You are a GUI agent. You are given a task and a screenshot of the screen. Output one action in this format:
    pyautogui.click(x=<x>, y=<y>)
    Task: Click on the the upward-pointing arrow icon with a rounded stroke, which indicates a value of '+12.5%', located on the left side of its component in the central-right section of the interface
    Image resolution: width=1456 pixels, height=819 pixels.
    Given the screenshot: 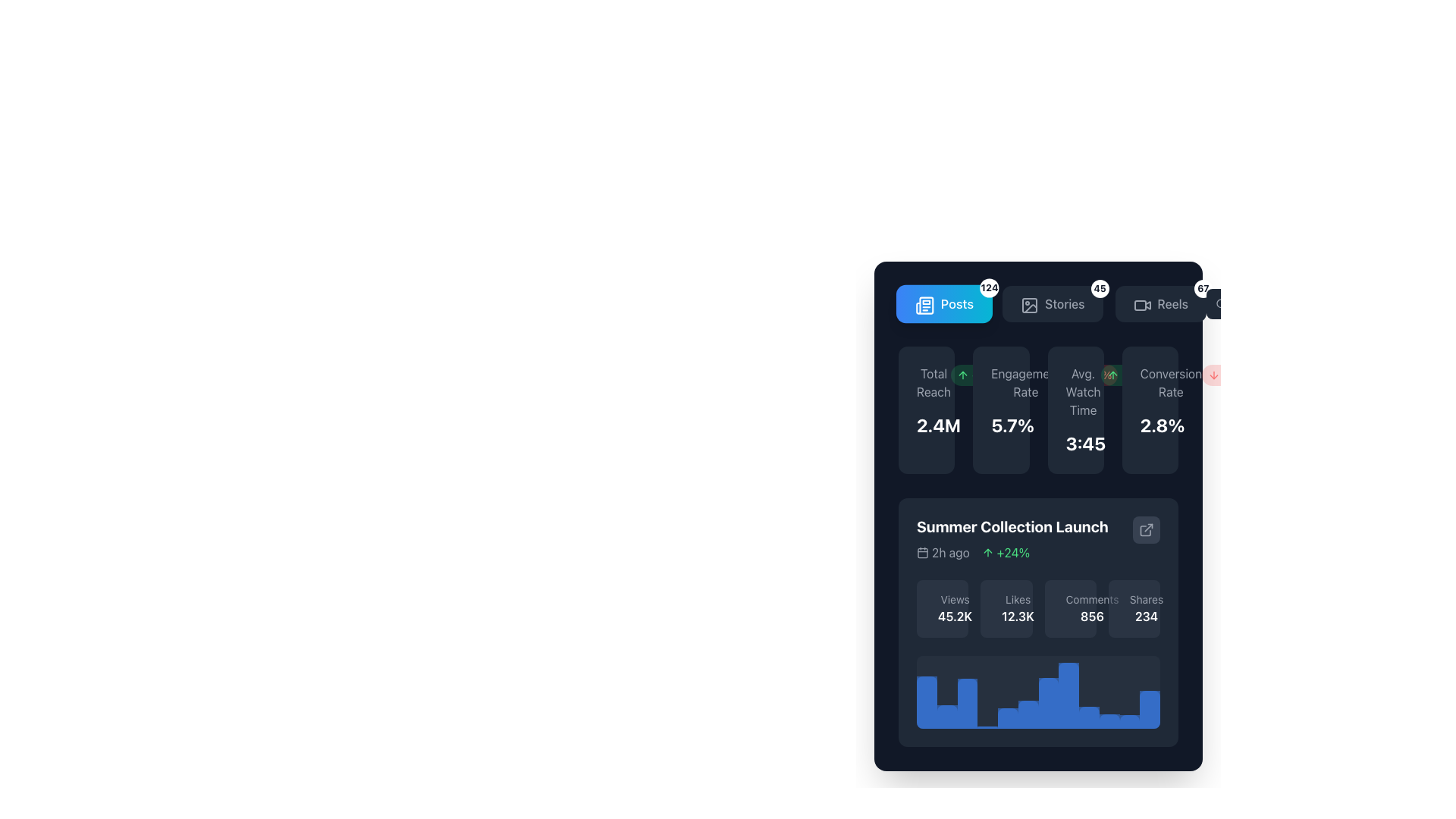 What is the action you would take?
    pyautogui.click(x=1112, y=375)
    